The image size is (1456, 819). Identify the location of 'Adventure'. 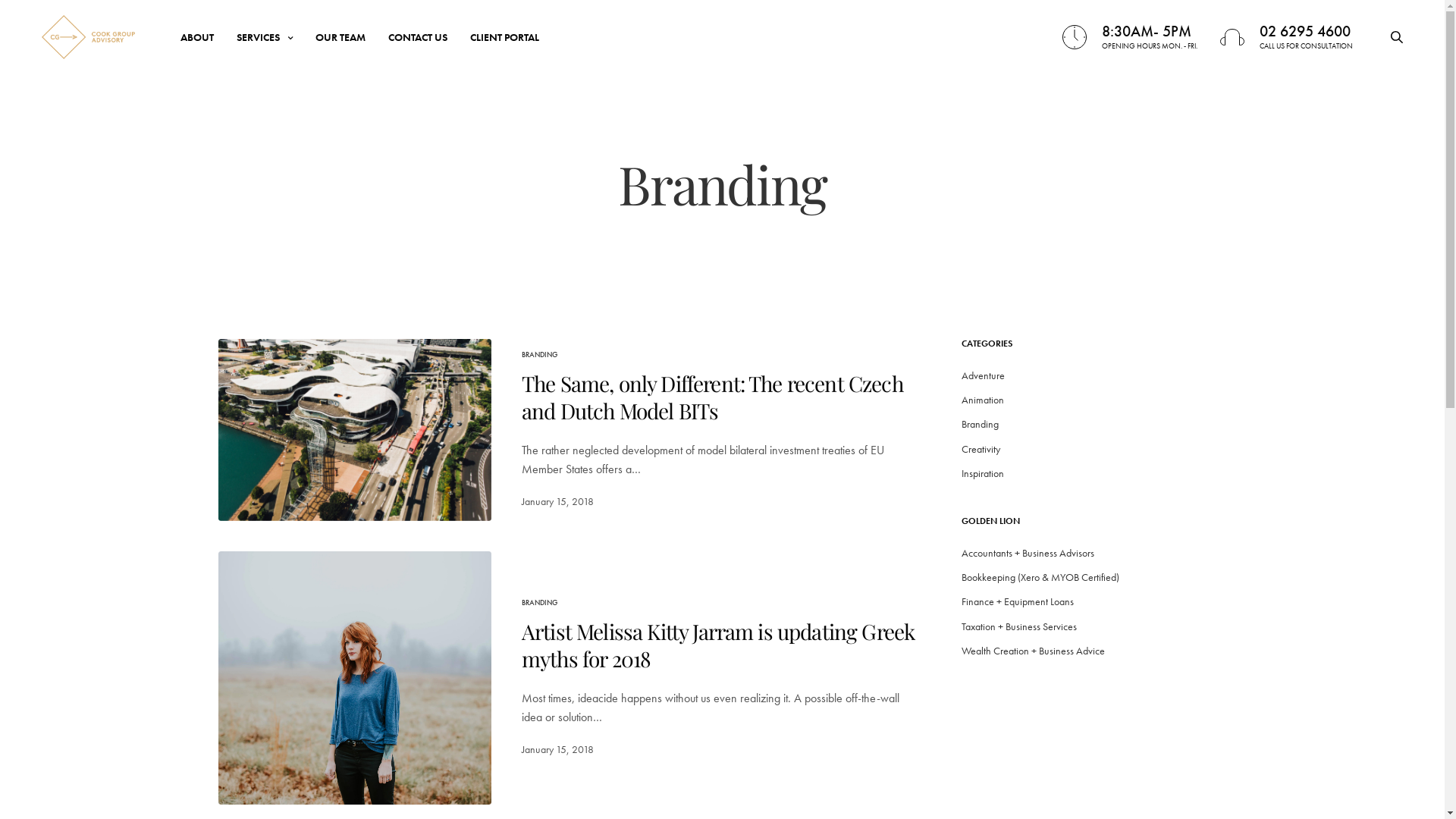
(983, 375).